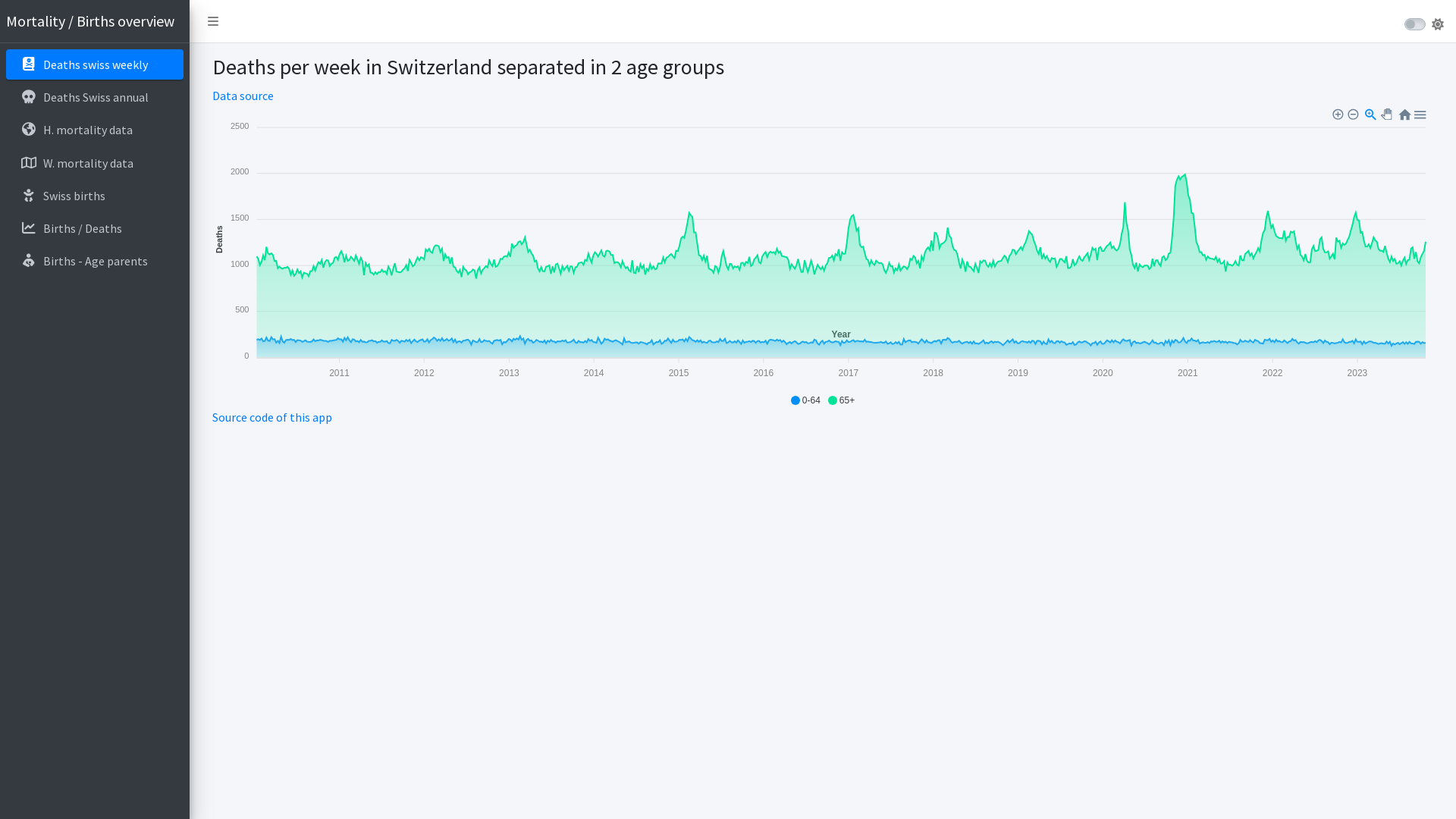 The height and width of the screenshot is (819, 1456). I want to click on 'Zoom In', so click(1339, 113).